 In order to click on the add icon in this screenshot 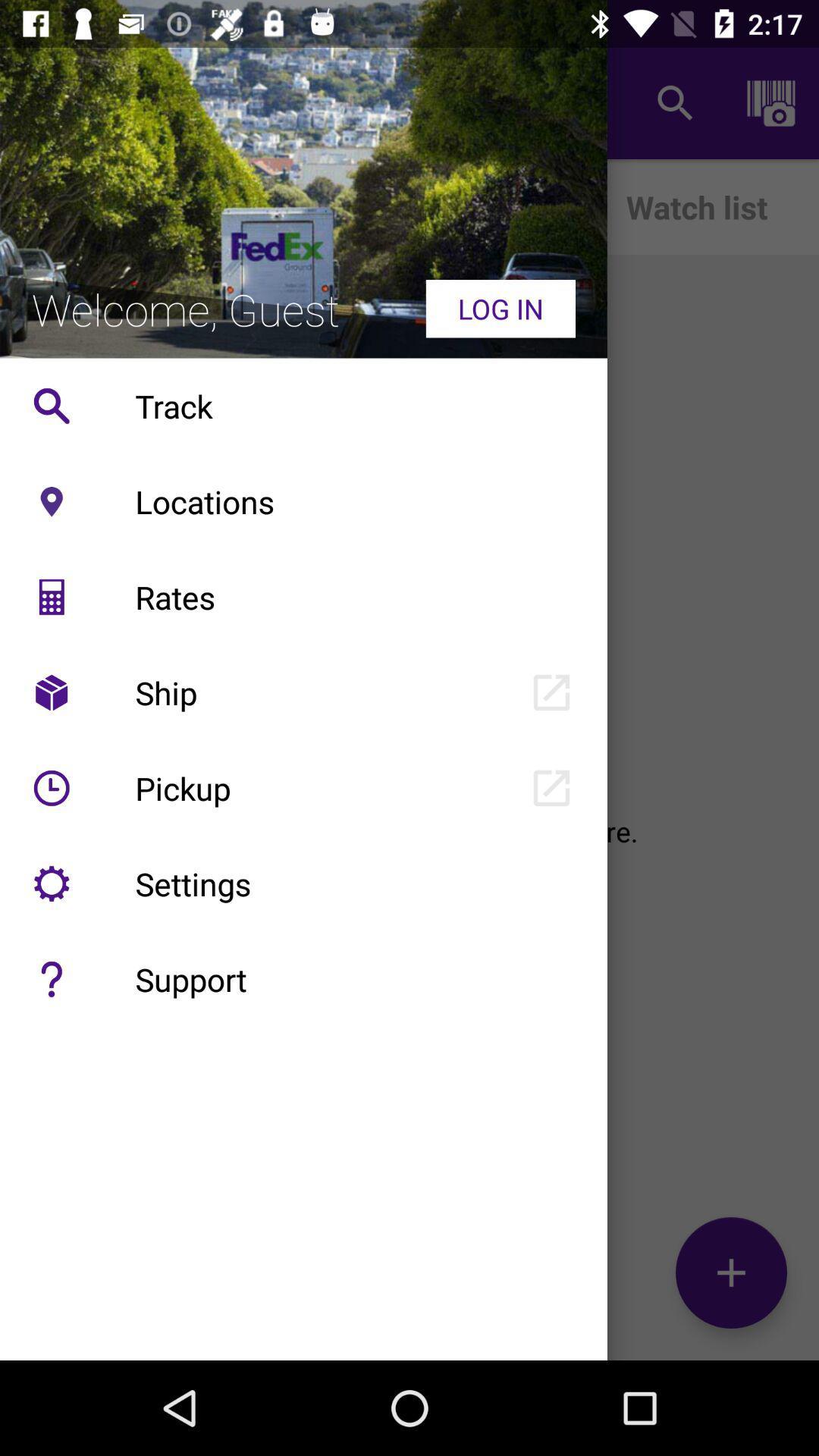, I will do `click(730, 1272)`.